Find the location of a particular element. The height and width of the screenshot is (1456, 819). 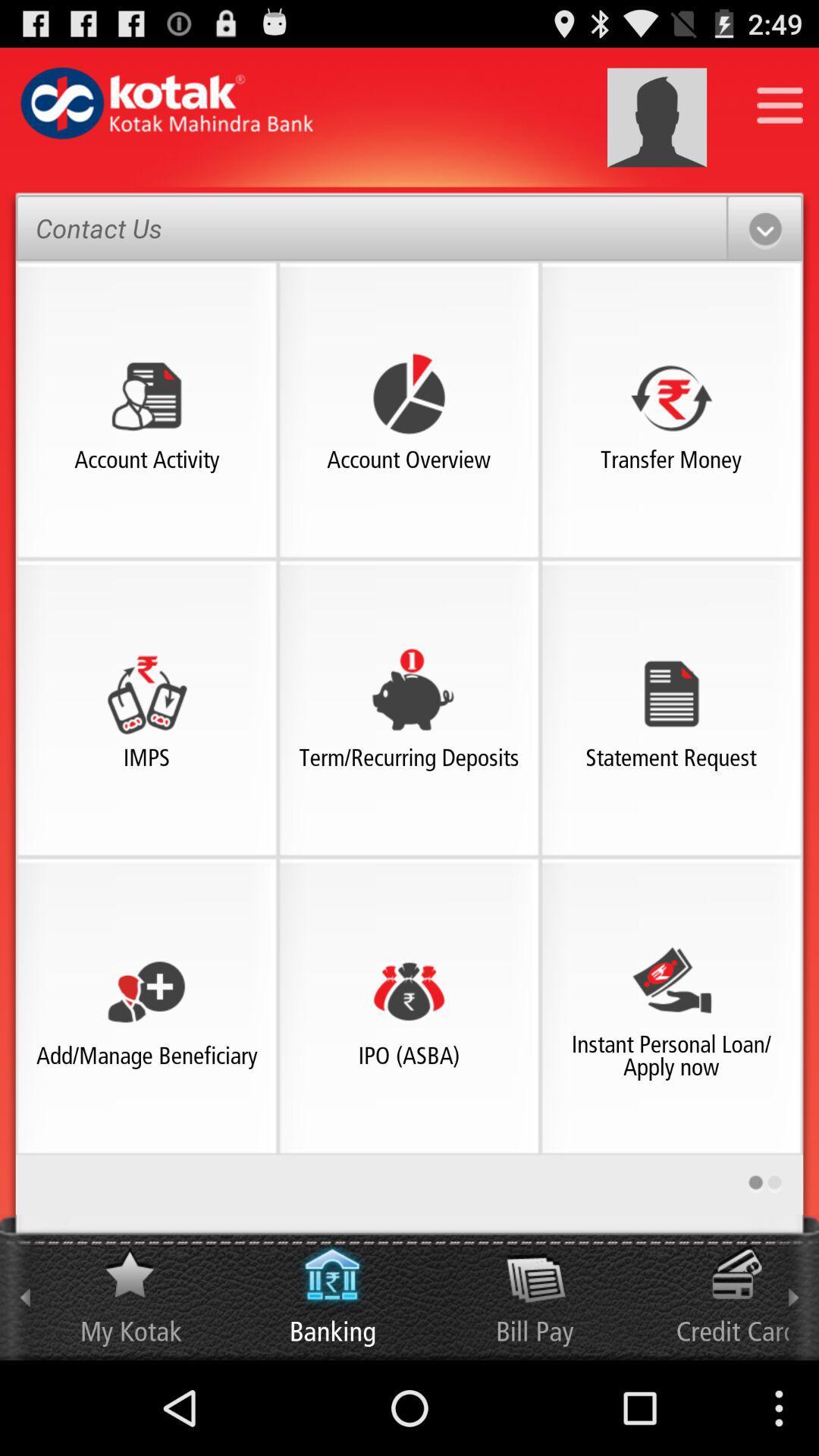

the back arrow which is at the bottom left corner is located at coordinates (25, 1287).